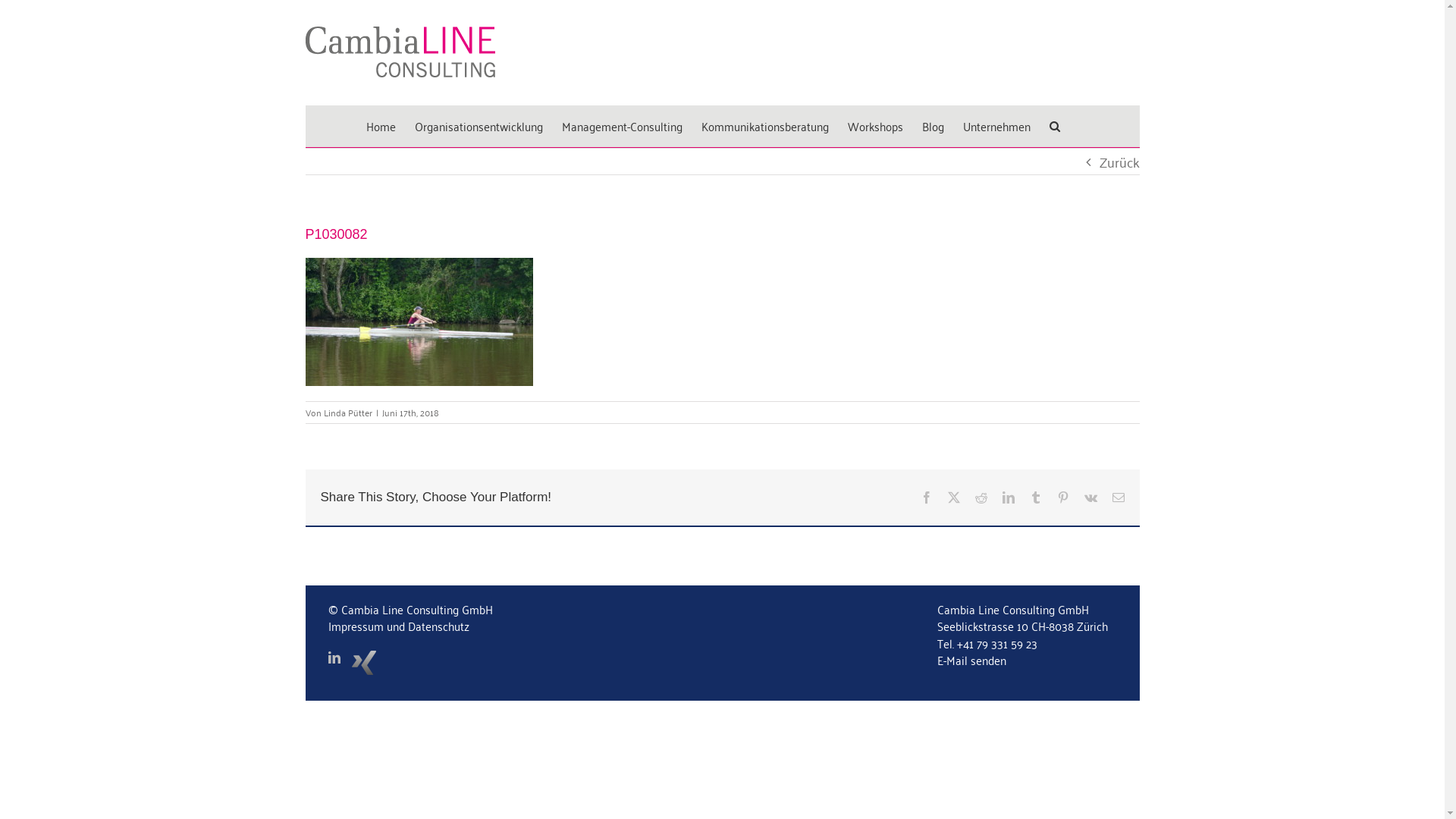 Image resolution: width=1456 pixels, height=819 pixels. I want to click on 'Kommunikationsberatung', so click(764, 125).